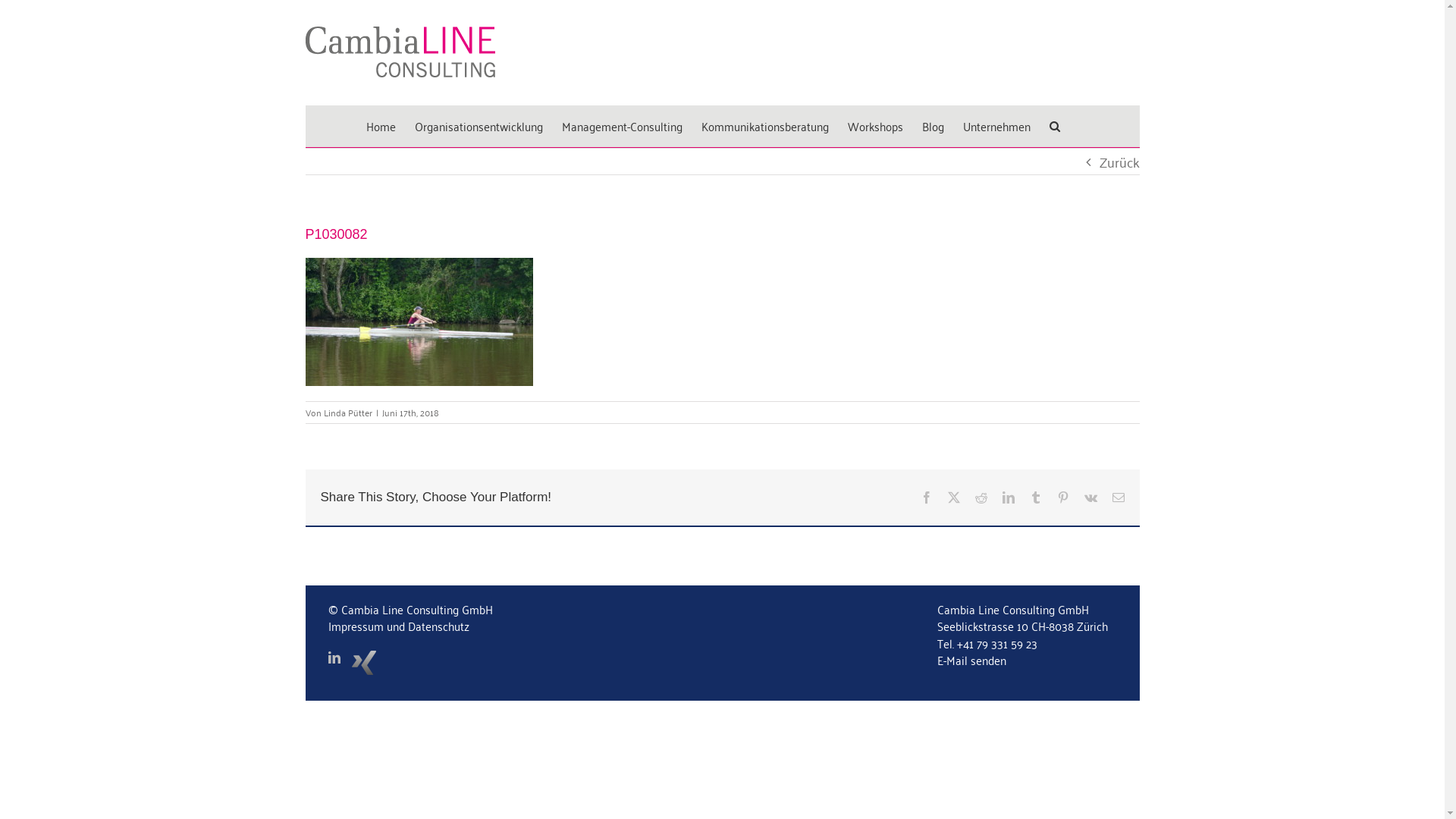 Image resolution: width=1456 pixels, height=819 pixels. I want to click on 'Kommunikationsberatung', so click(764, 125).